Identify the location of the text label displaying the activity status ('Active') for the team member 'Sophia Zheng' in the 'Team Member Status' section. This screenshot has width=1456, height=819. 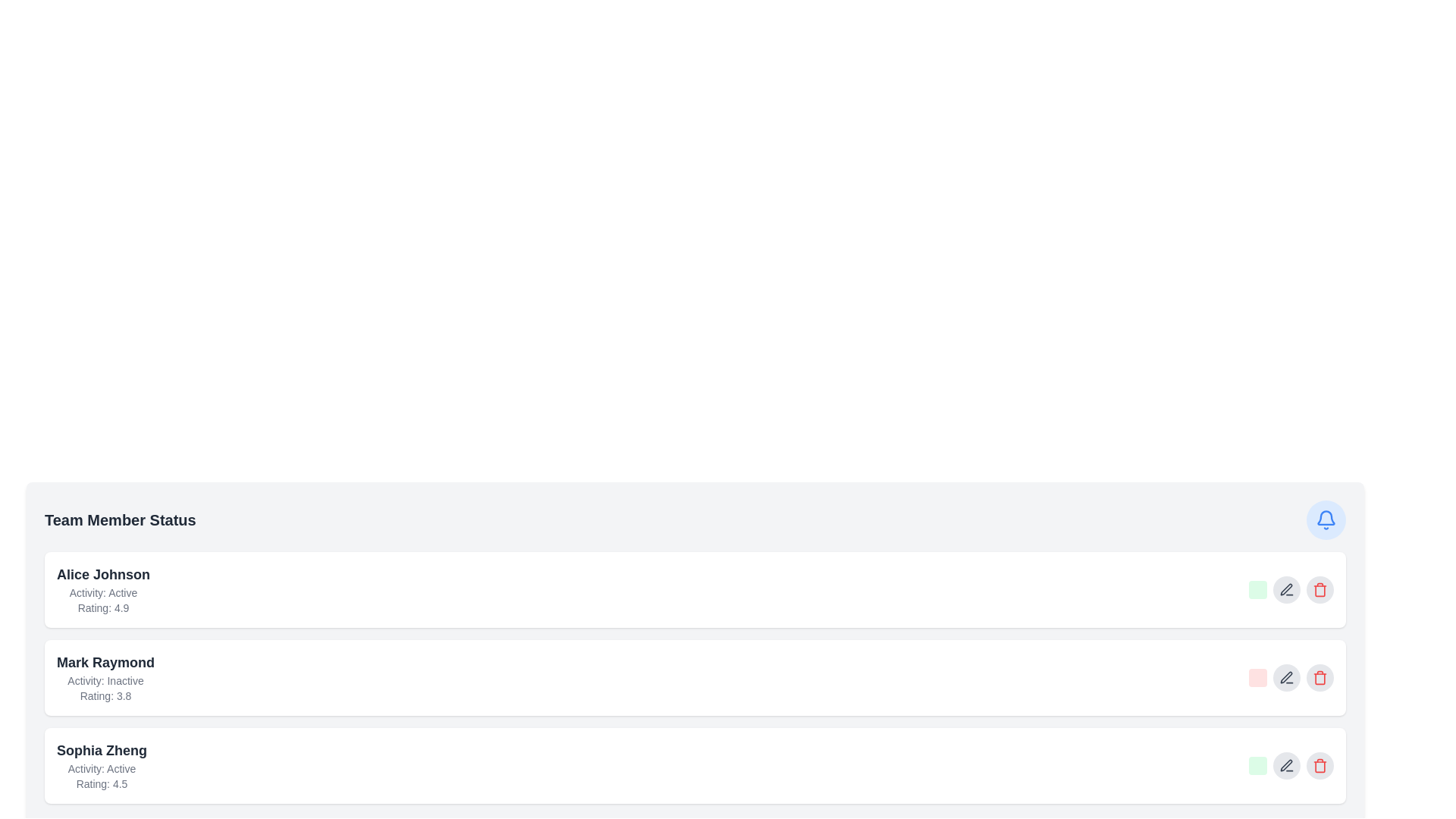
(101, 769).